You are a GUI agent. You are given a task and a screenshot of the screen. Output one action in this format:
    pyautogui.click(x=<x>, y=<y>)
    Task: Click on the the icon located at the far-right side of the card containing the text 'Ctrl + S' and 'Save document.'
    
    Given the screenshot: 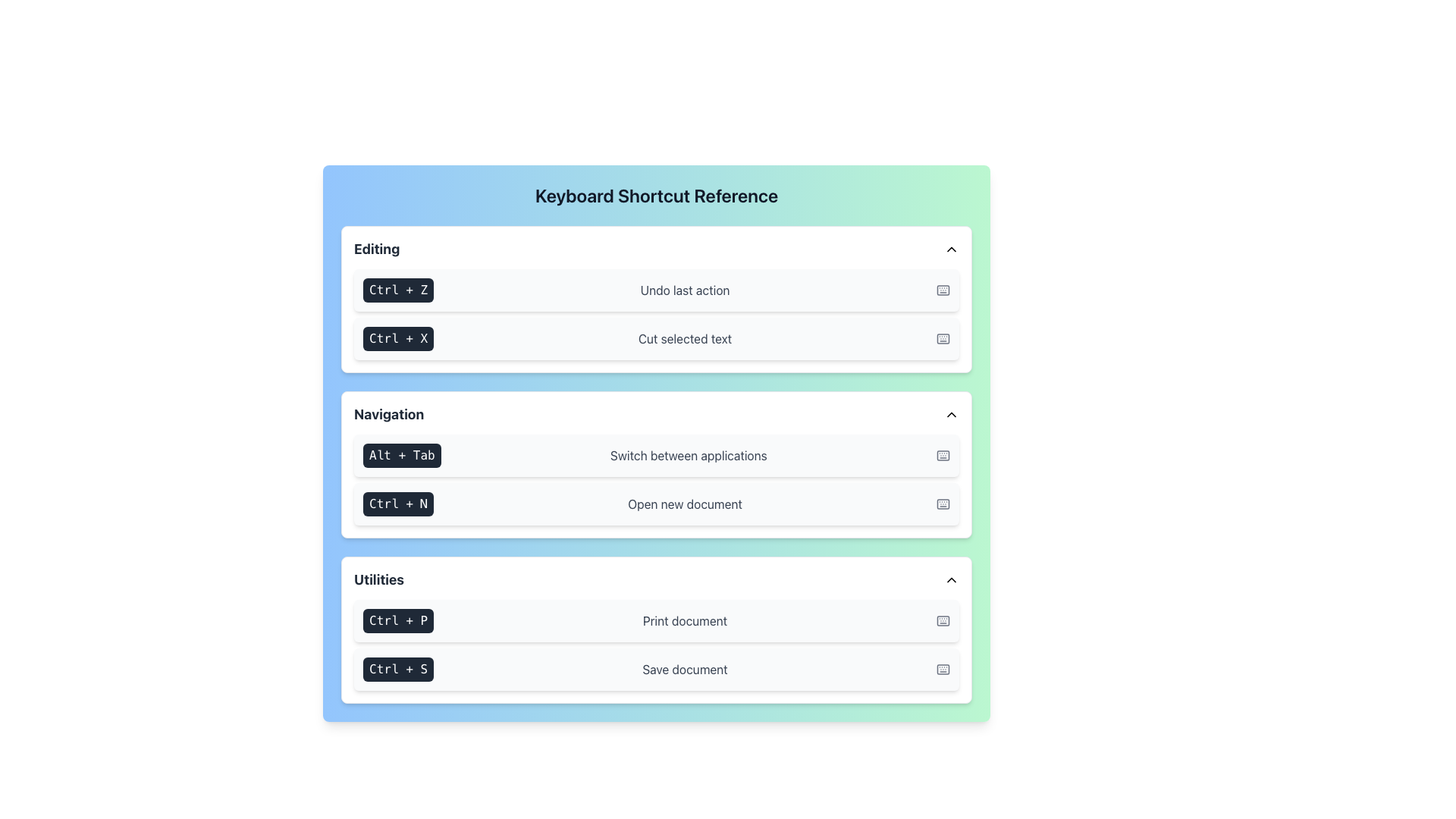 What is the action you would take?
    pyautogui.click(x=942, y=669)
    